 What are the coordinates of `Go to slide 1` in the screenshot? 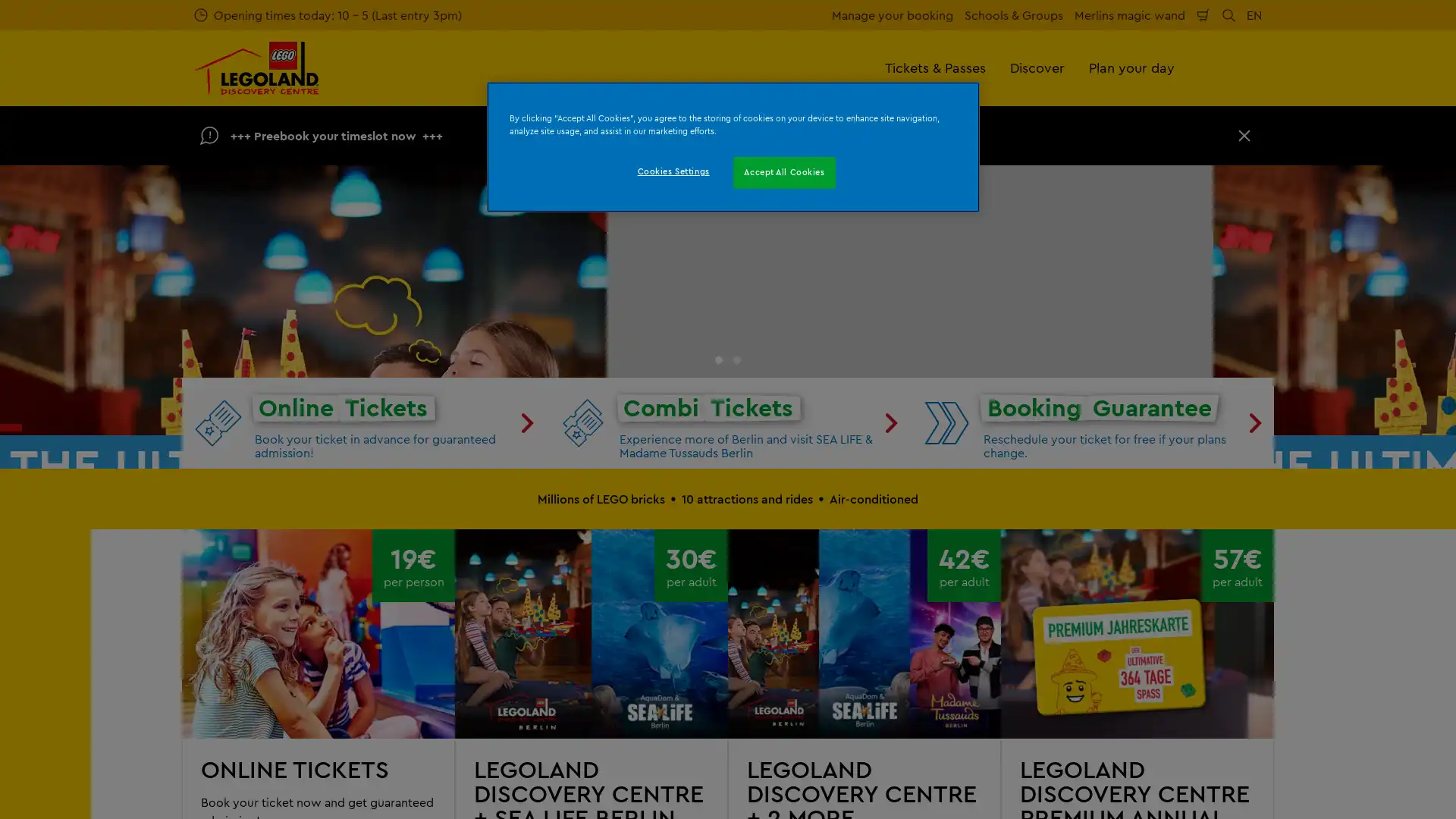 It's located at (718, 646).